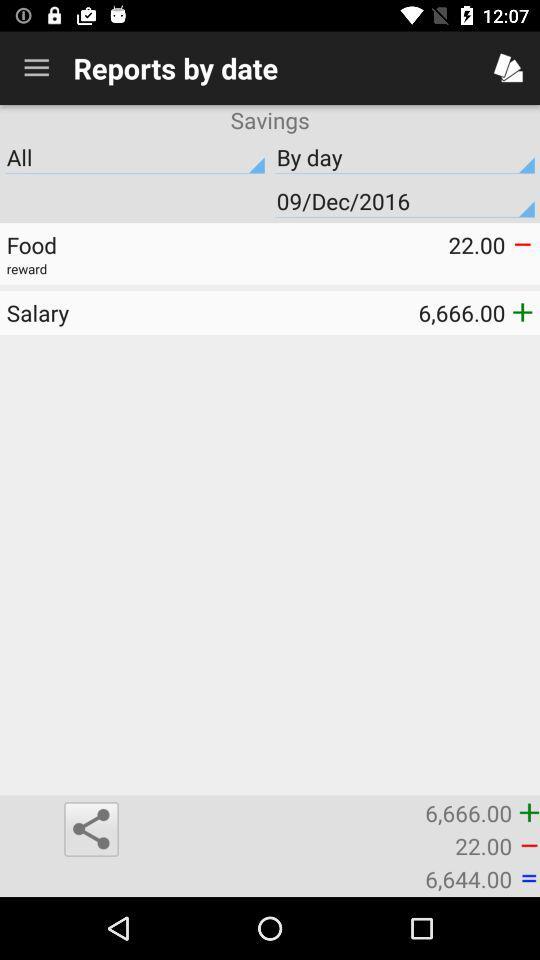 Image resolution: width=540 pixels, height=960 pixels. What do you see at coordinates (90, 829) in the screenshot?
I see `share the report` at bounding box center [90, 829].